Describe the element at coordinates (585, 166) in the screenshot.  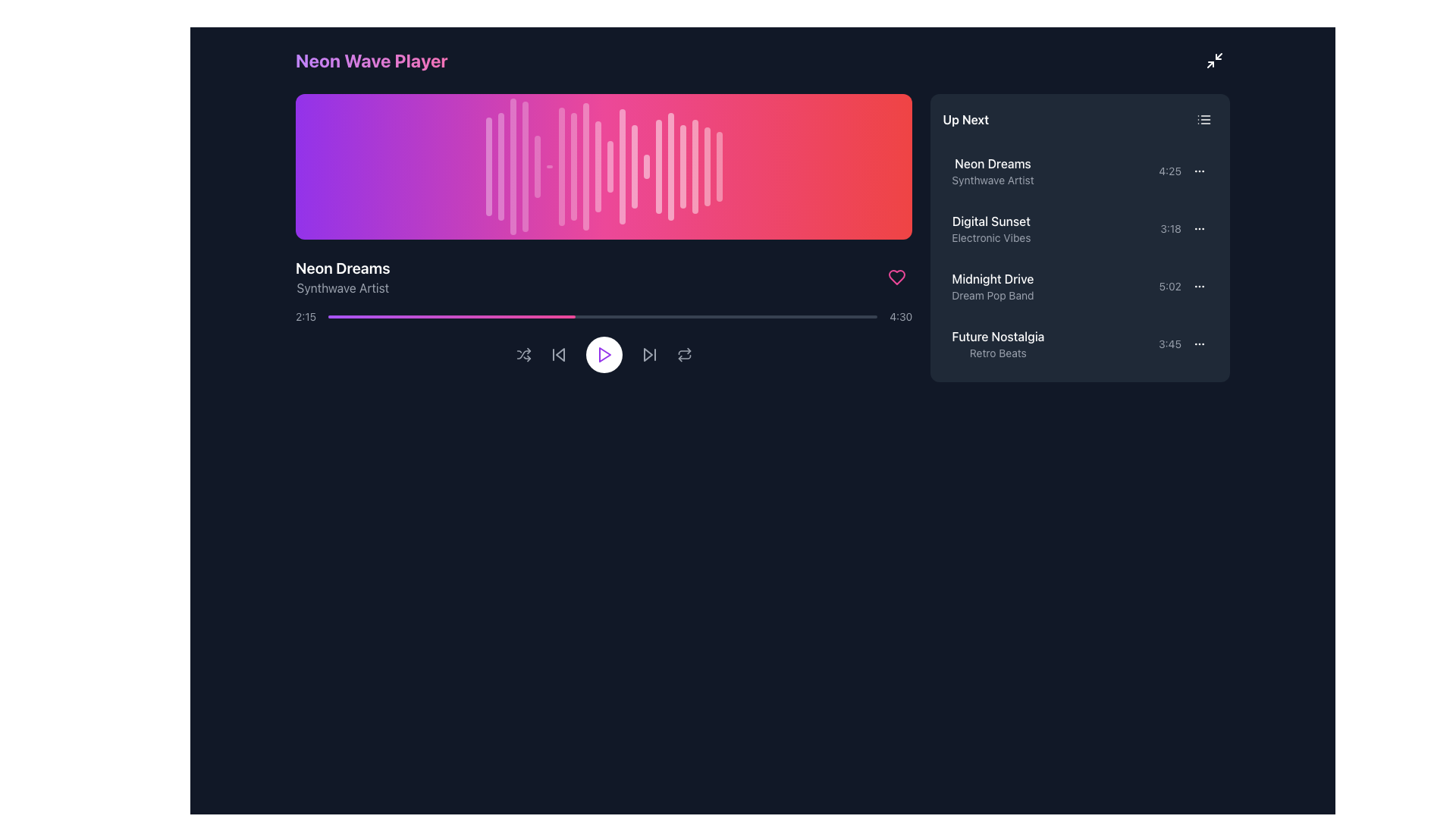
I see `the ninth vertical waveform bar, which is styled with a white color and semi-transparent appearance, located within the audio player interface` at that location.